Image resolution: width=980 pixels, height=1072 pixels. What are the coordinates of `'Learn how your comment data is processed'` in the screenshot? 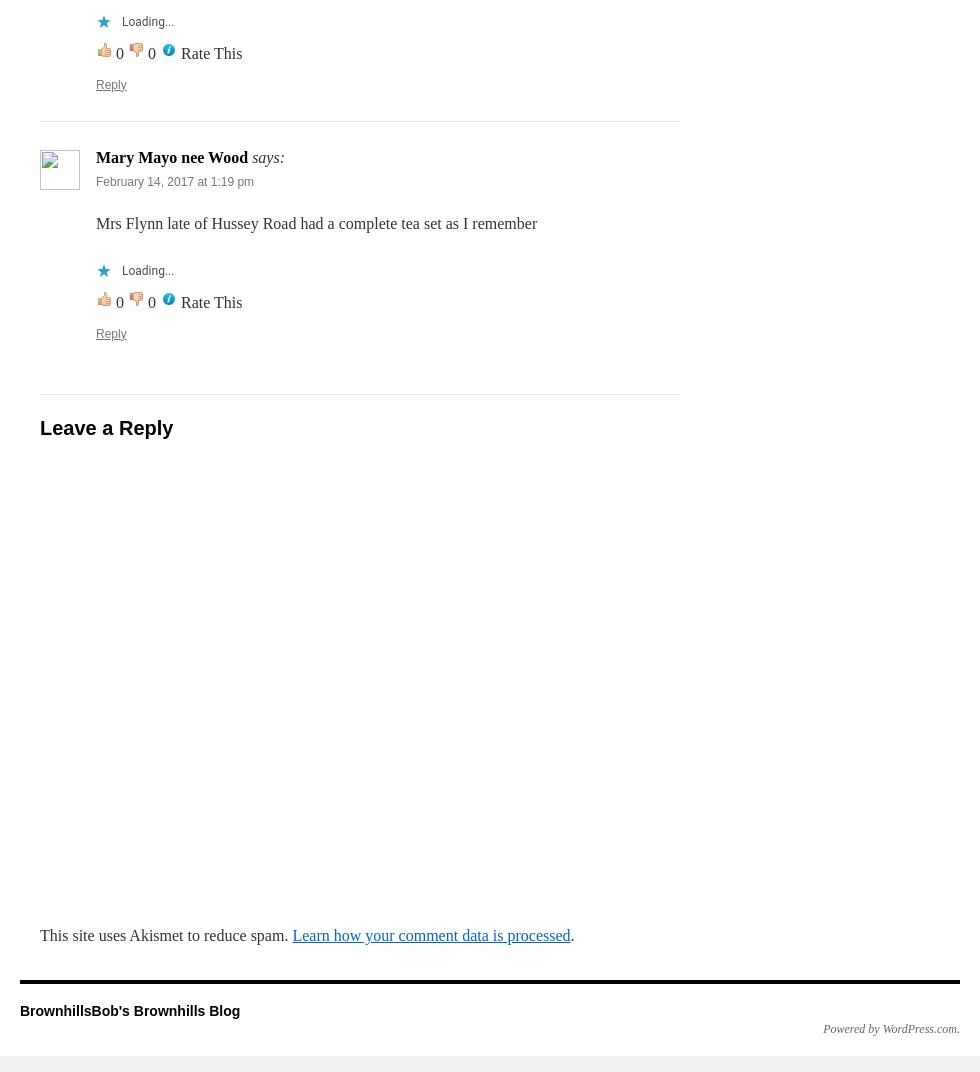 It's located at (431, 934).